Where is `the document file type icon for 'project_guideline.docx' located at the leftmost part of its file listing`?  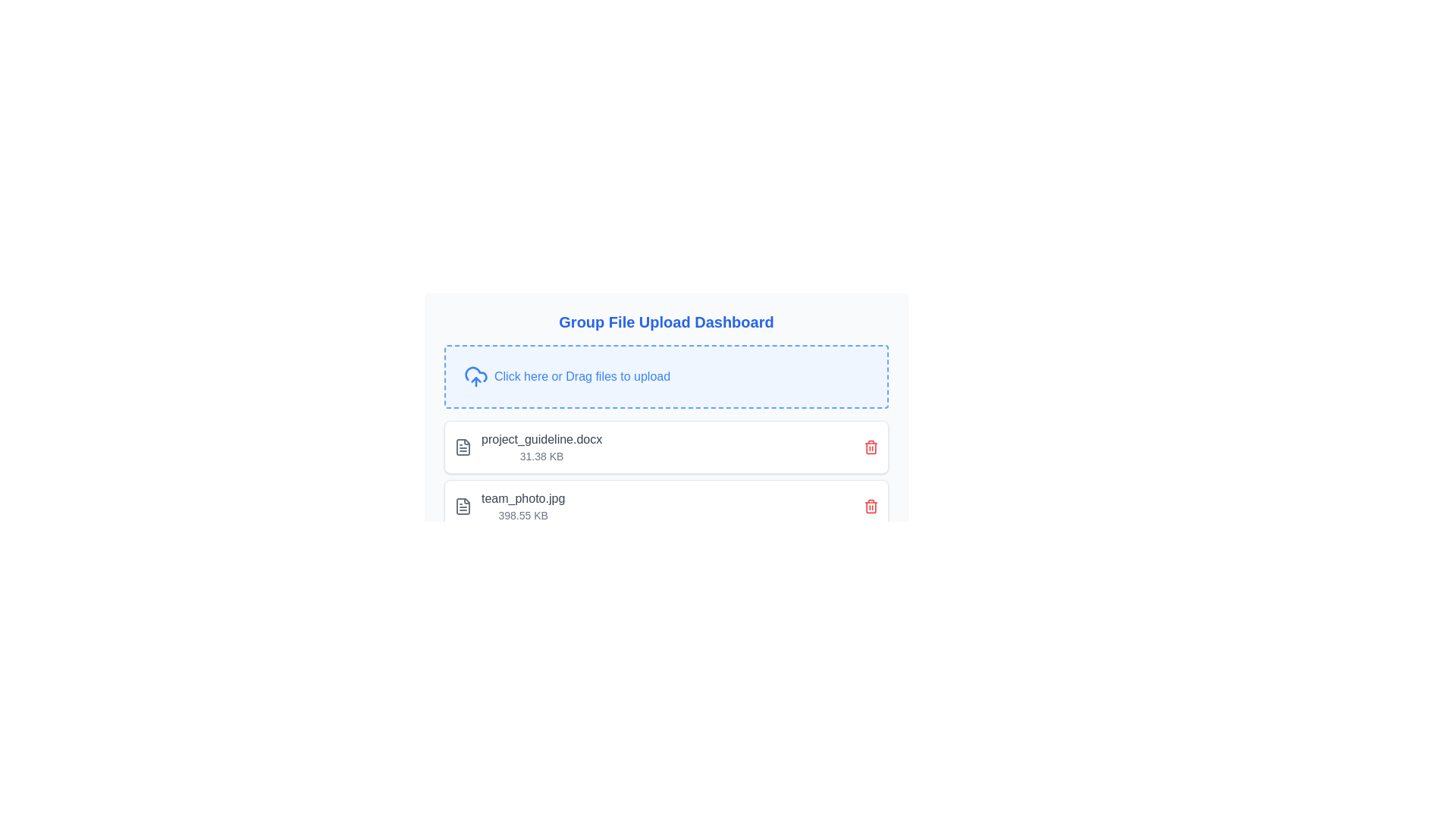
the document file type icon for 'project_guideline.docx' located at the leftmost part of its file listing is located at coordinates (462, 447).